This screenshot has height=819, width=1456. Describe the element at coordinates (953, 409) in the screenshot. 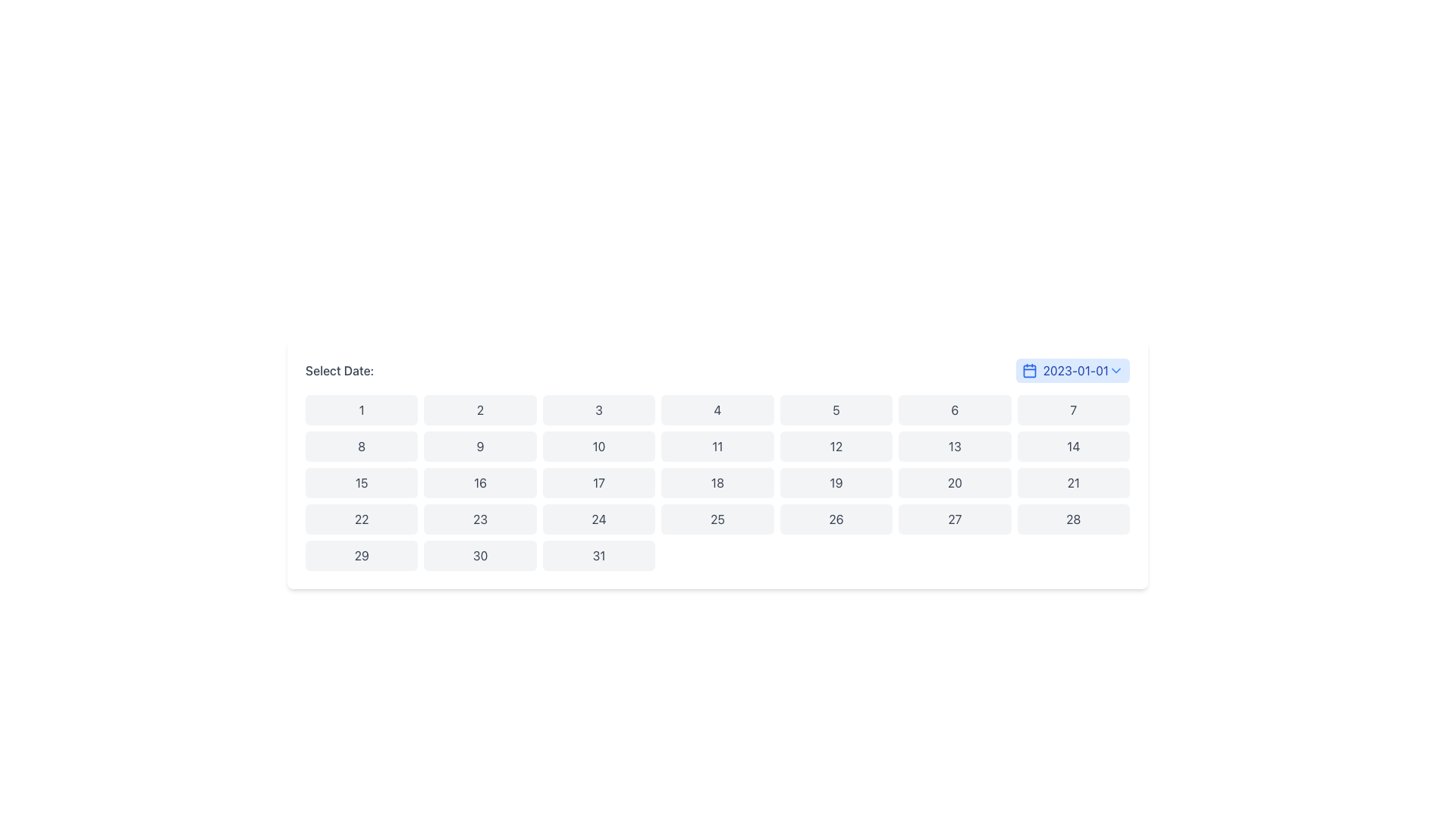

I see `the button representing the sixth day of the month in the date picker interface` at that location.